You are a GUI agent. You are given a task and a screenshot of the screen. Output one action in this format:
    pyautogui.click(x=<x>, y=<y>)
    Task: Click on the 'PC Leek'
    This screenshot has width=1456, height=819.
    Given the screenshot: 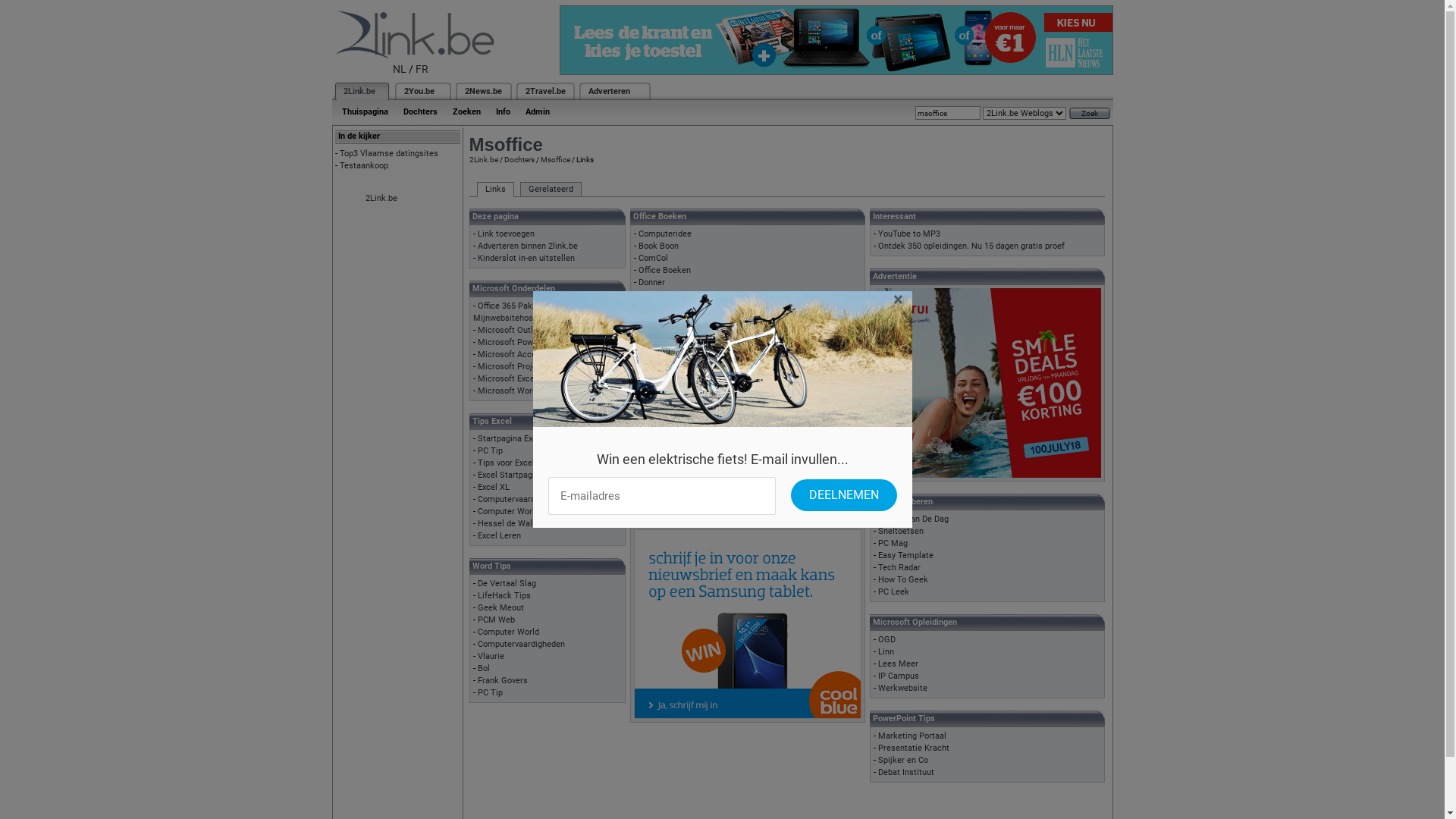 What is the action you would take?
    pyautogui.click(x=877, y=591)
    